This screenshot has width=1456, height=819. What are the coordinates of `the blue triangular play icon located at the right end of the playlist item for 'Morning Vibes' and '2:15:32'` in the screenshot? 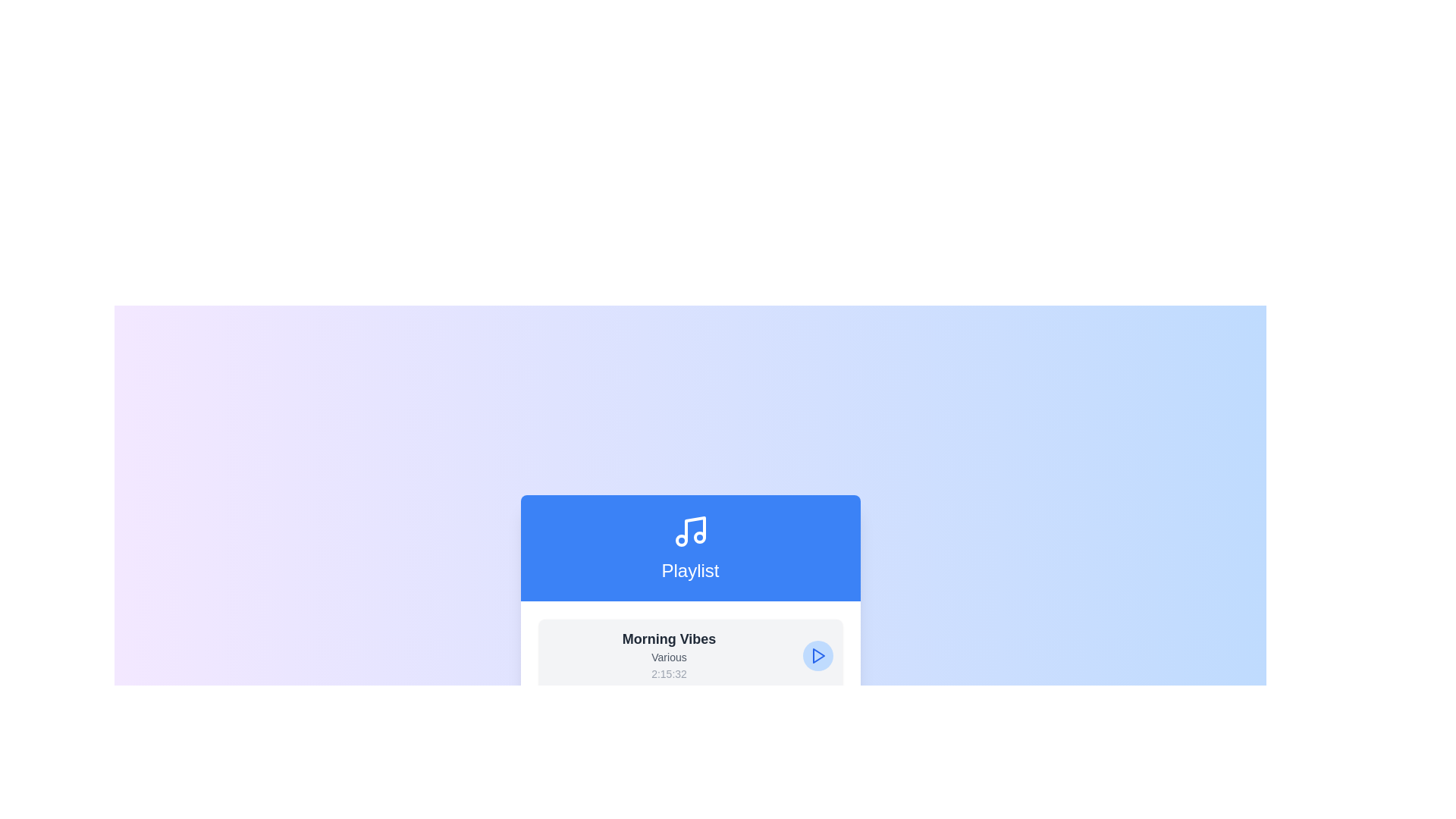 It's located at (817, 654).